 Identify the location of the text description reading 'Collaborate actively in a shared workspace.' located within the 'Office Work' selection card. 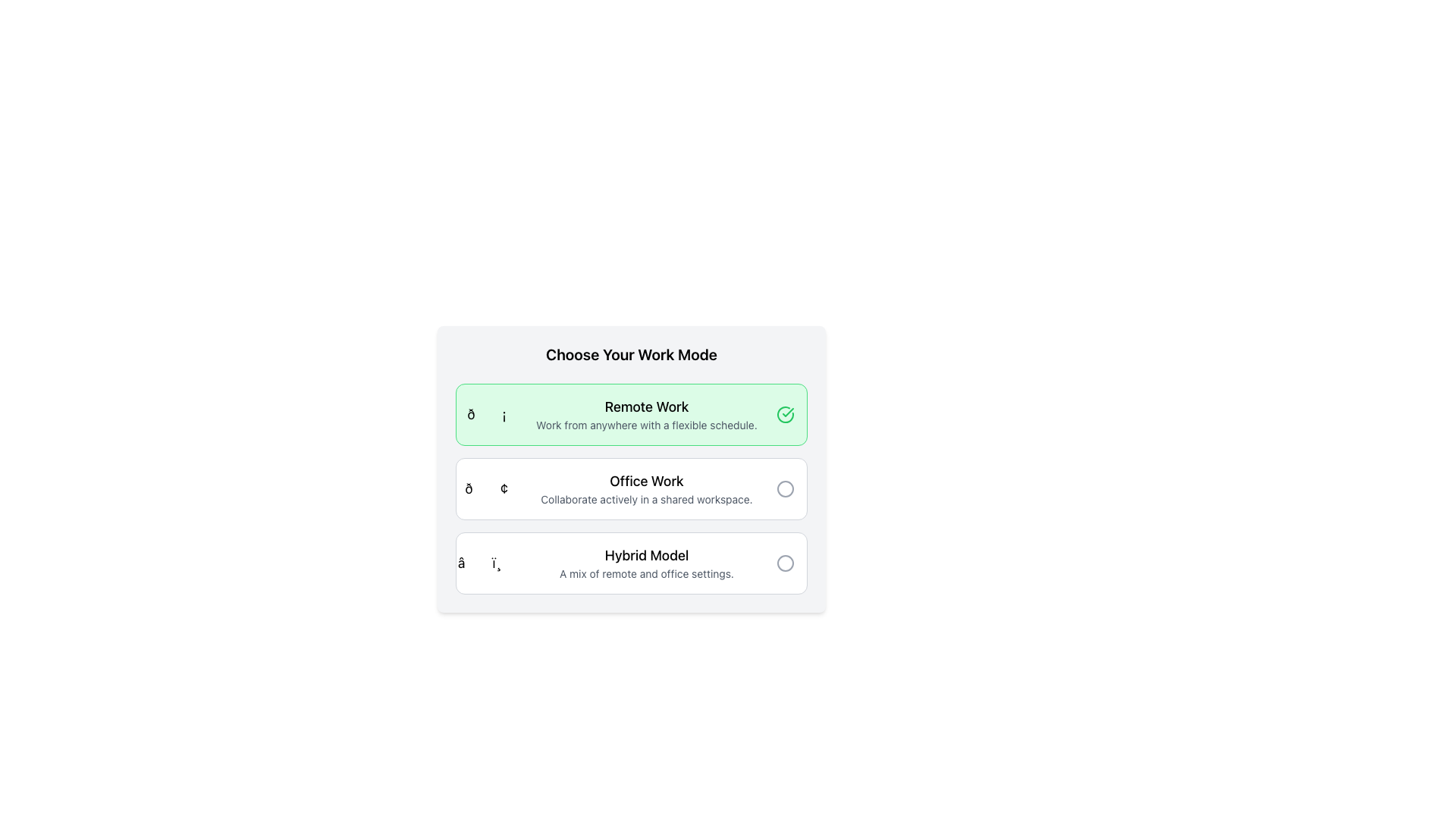
(647, 500).